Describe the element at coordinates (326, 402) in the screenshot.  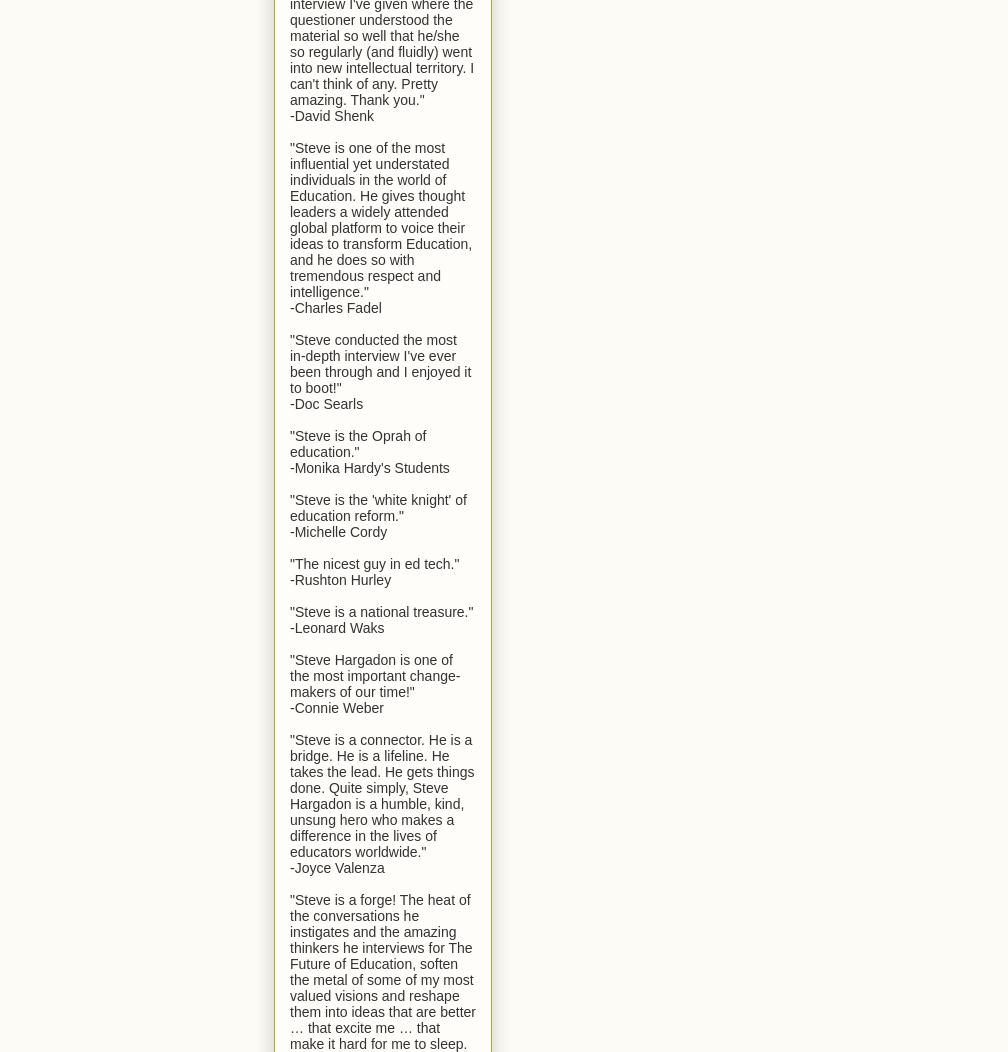
I see `'-Doc Searls'` at that location.